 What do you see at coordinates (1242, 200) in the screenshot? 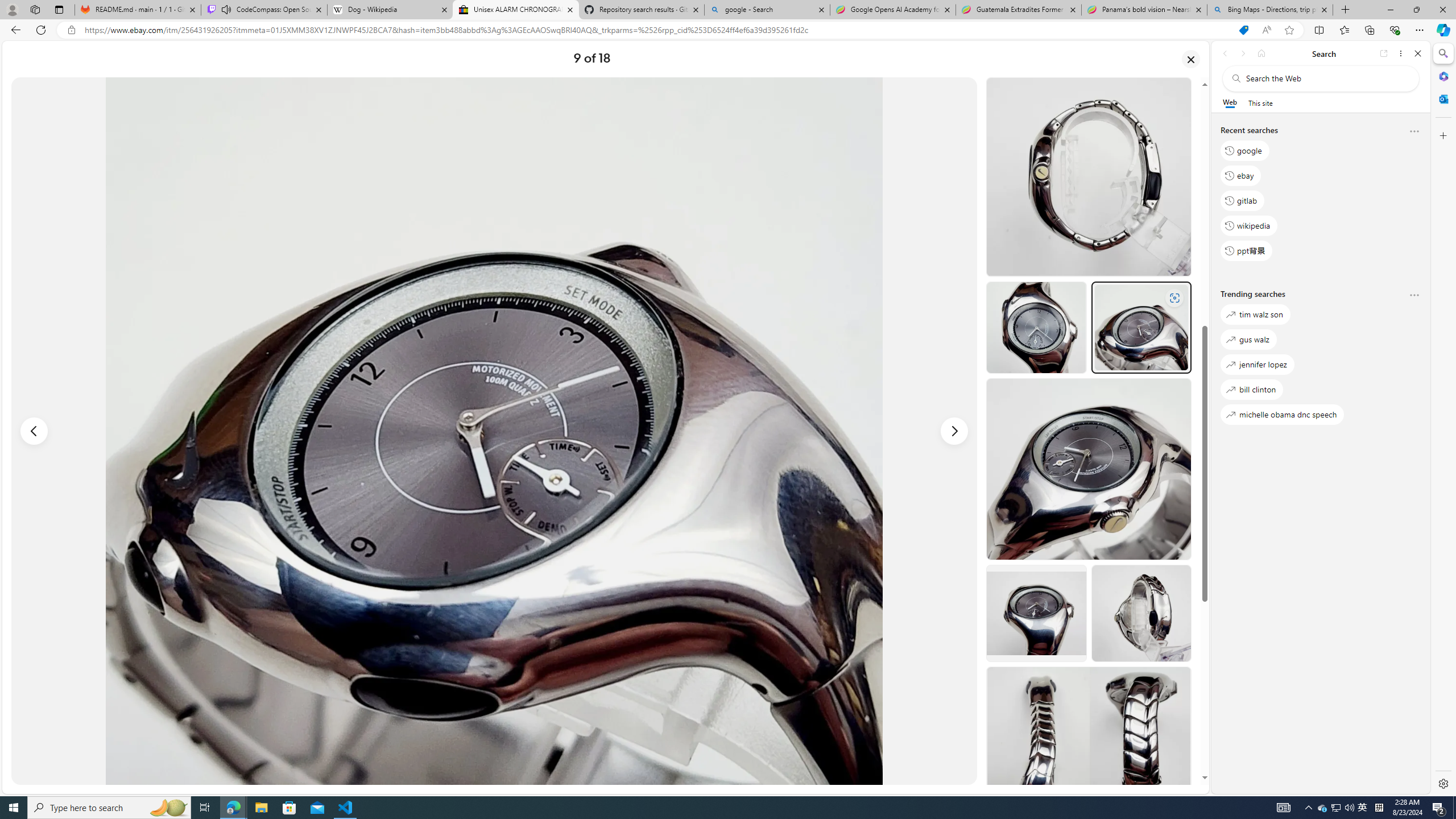
I see `'gitlab'` at bounding box center [1242, 200].